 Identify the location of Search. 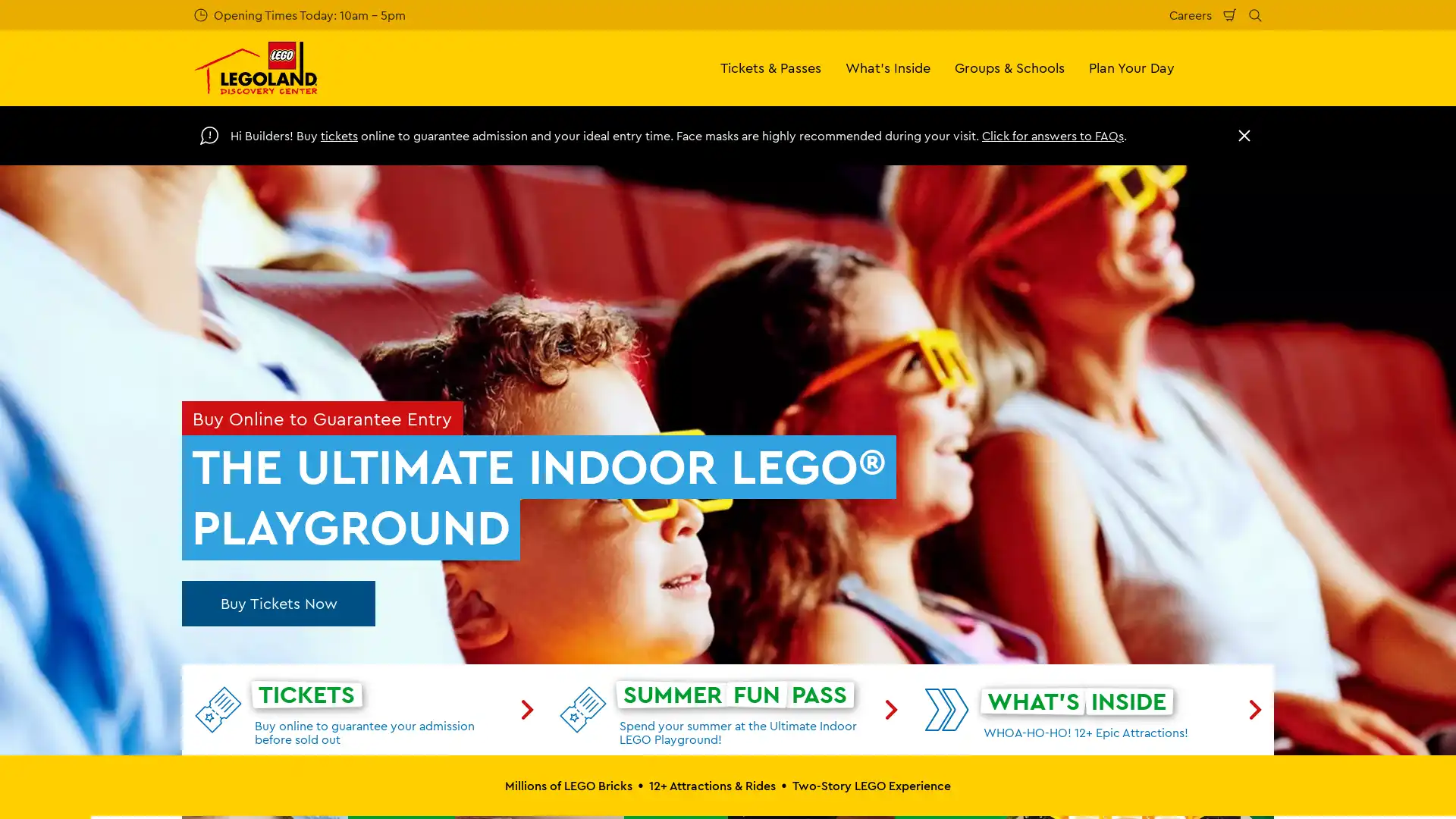
(1255, 14).